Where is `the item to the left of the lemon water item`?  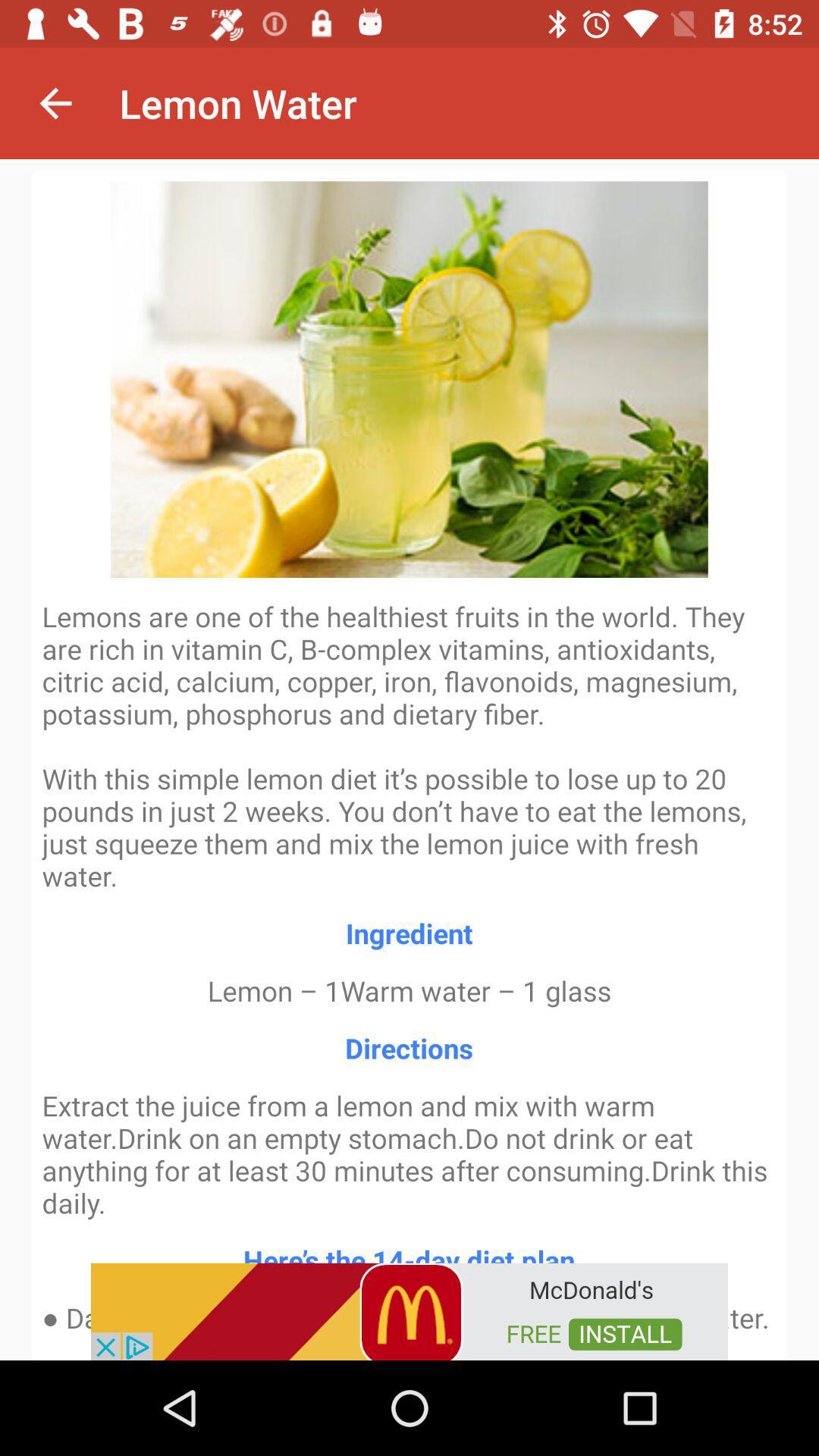 the item to the left of the lemon water item is located at coordinates (55, 102).